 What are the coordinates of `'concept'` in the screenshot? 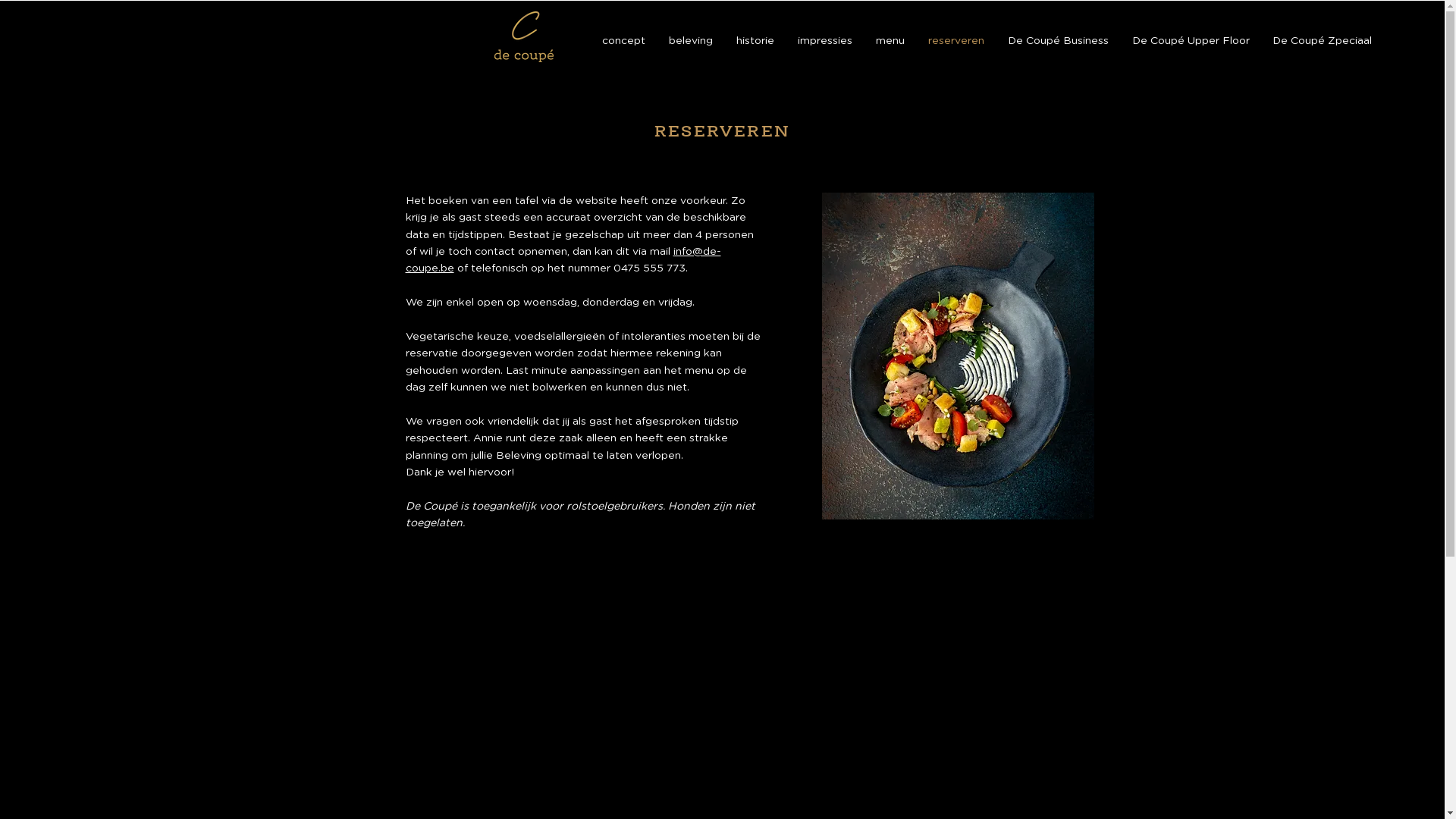 It's located at (623, 40).